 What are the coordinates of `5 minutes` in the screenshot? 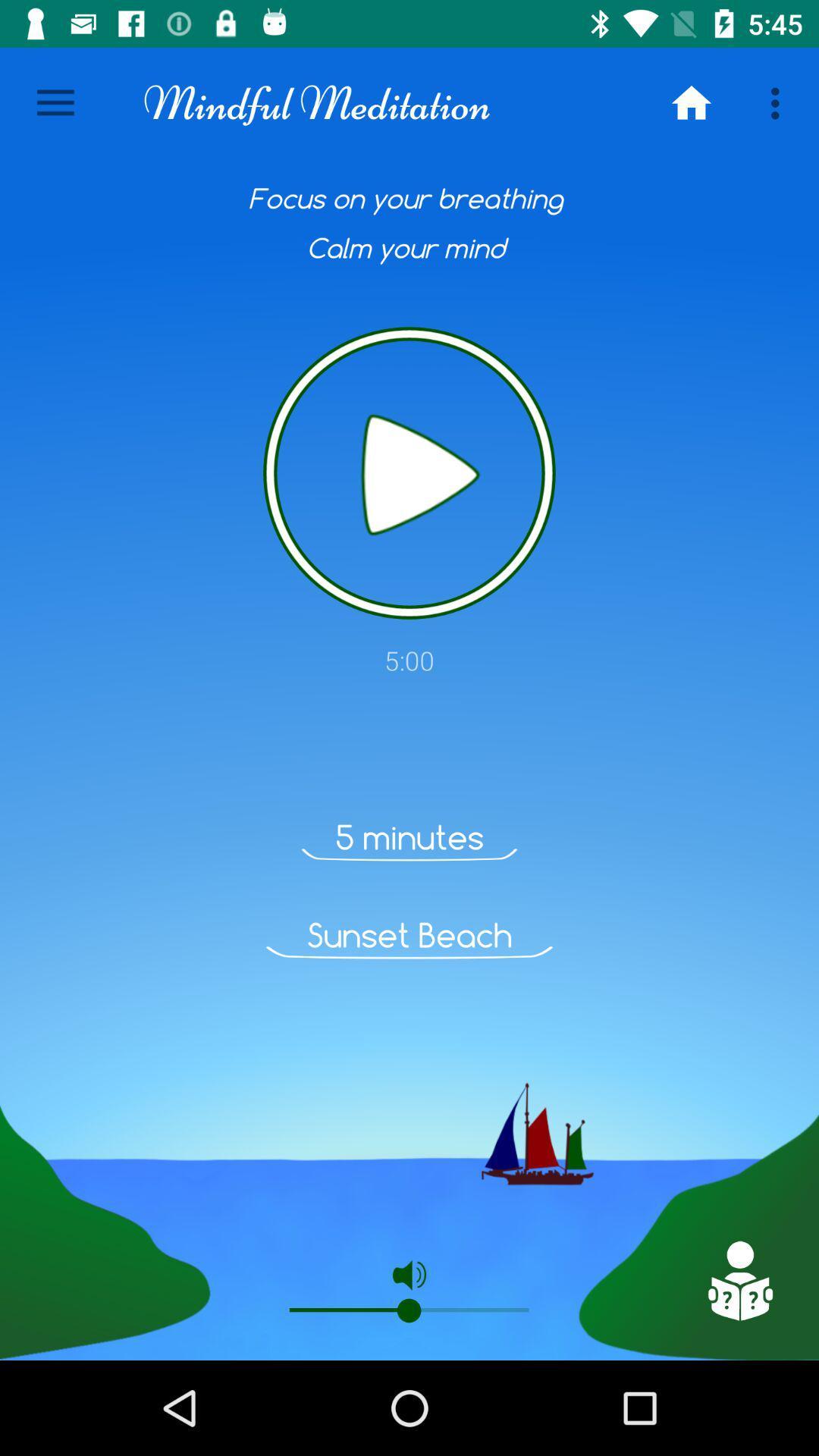 It's located at (409, 836).